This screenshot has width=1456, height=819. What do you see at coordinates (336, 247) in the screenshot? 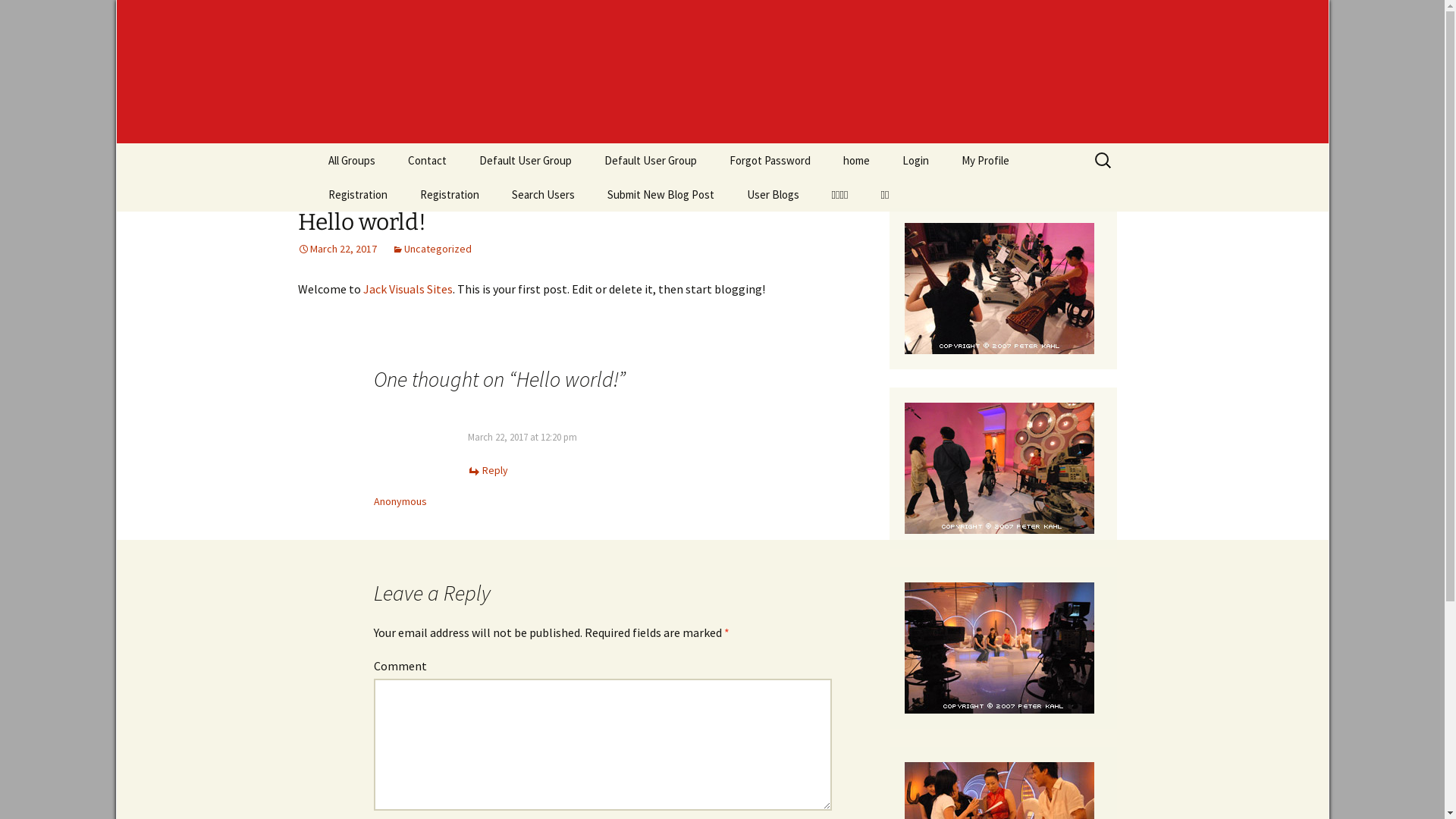
I see `'March 22, 2017'` at bounding box center [336, 247].